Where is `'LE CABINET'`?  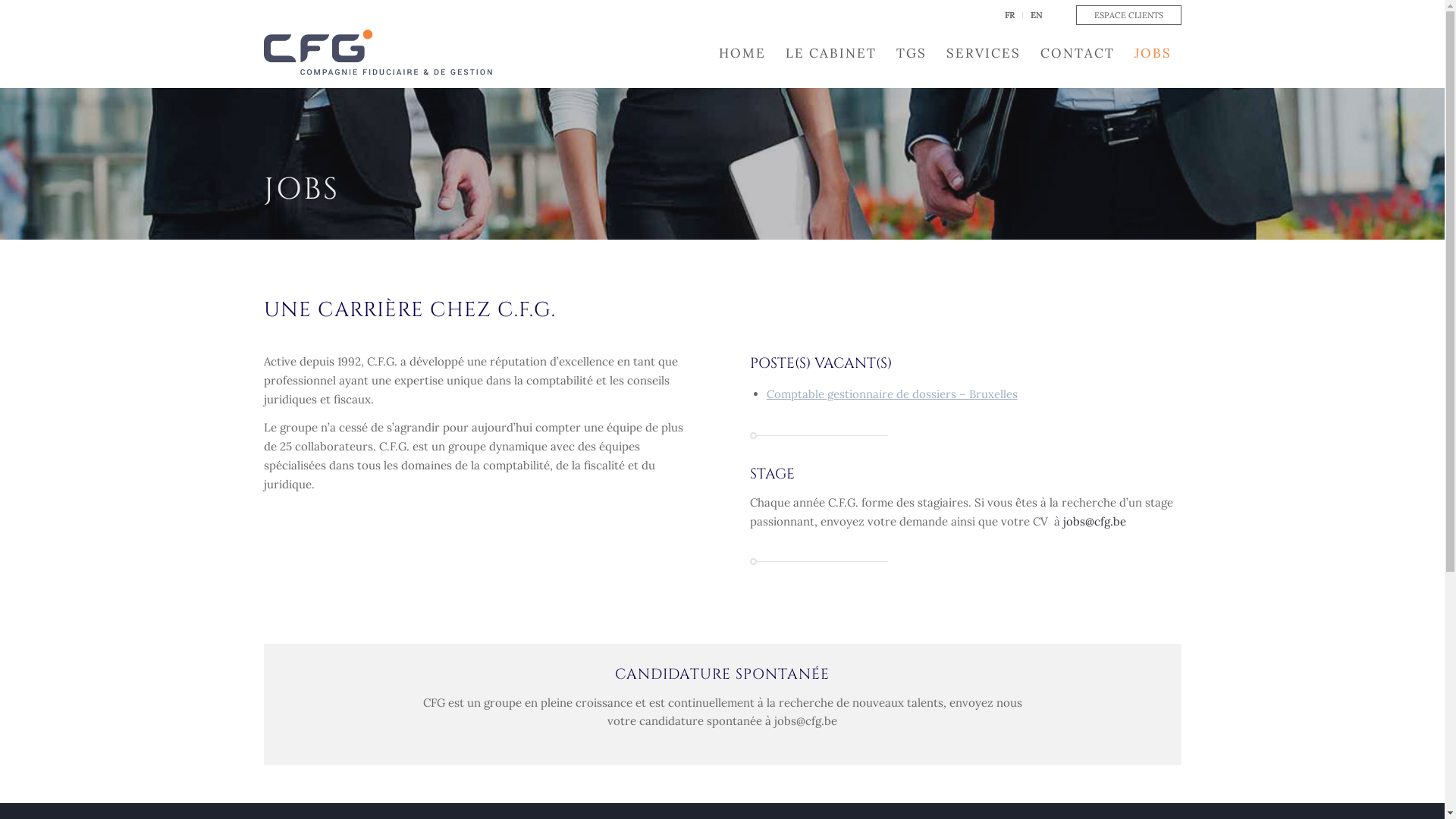
'LE CABINET' is located at coordinates (829, 52).